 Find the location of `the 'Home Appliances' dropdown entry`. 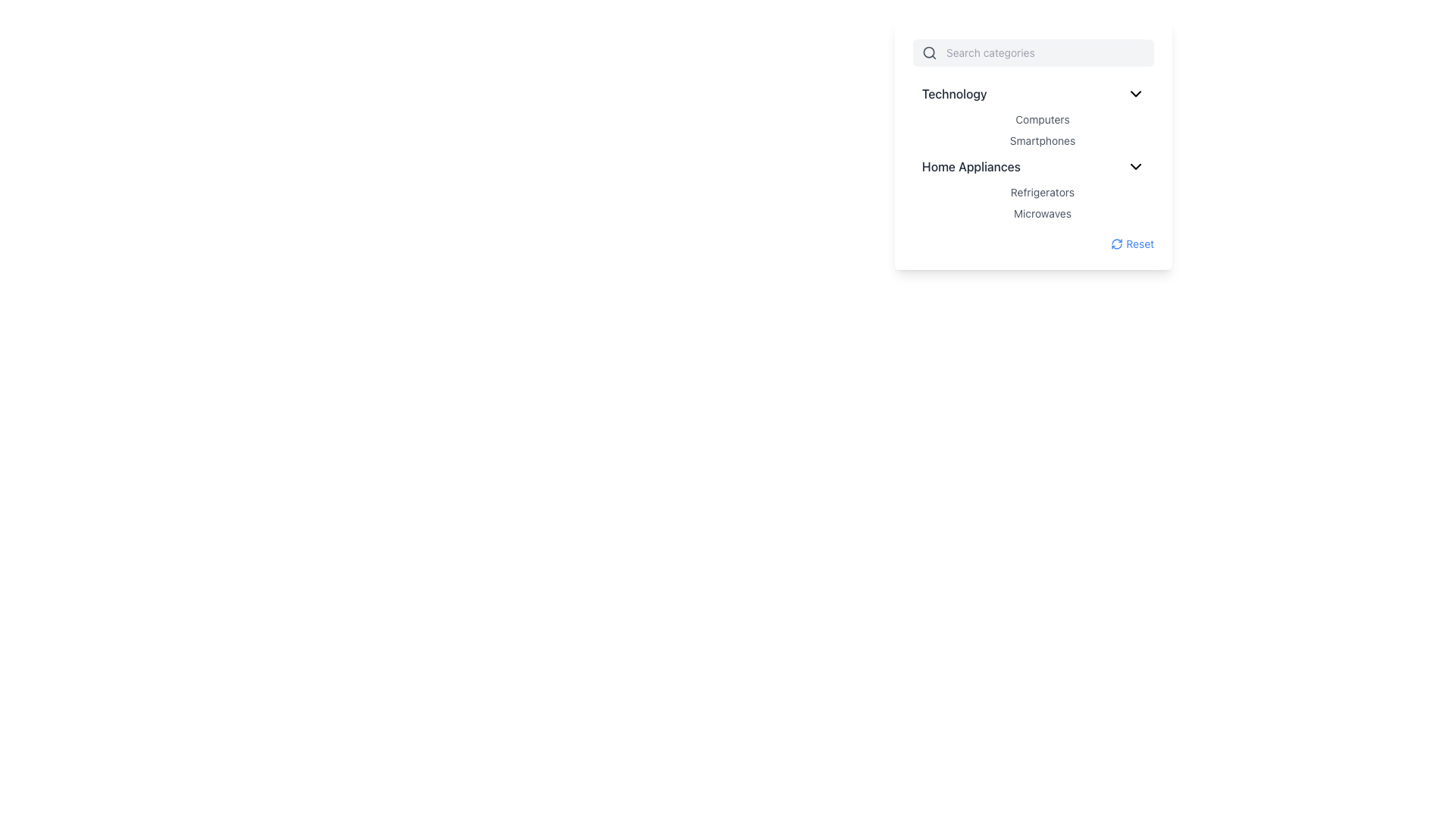

the 'Home Appliances' dropdown entry is located at coordinates (1033, 166).